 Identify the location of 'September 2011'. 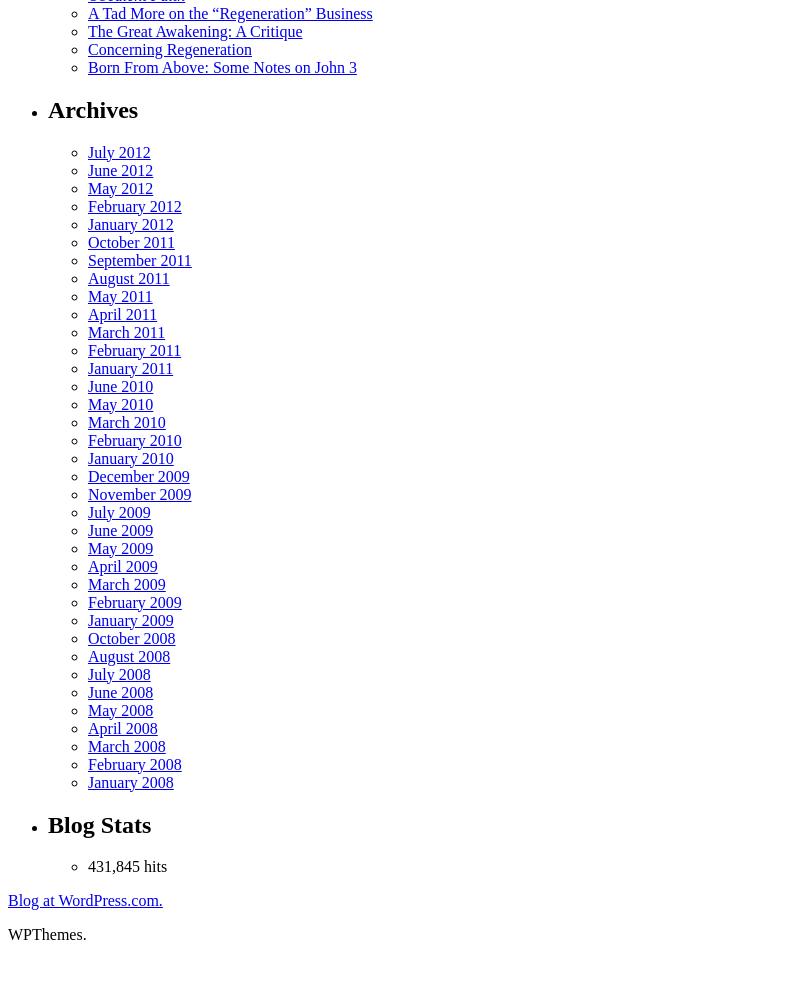
(139, 258).